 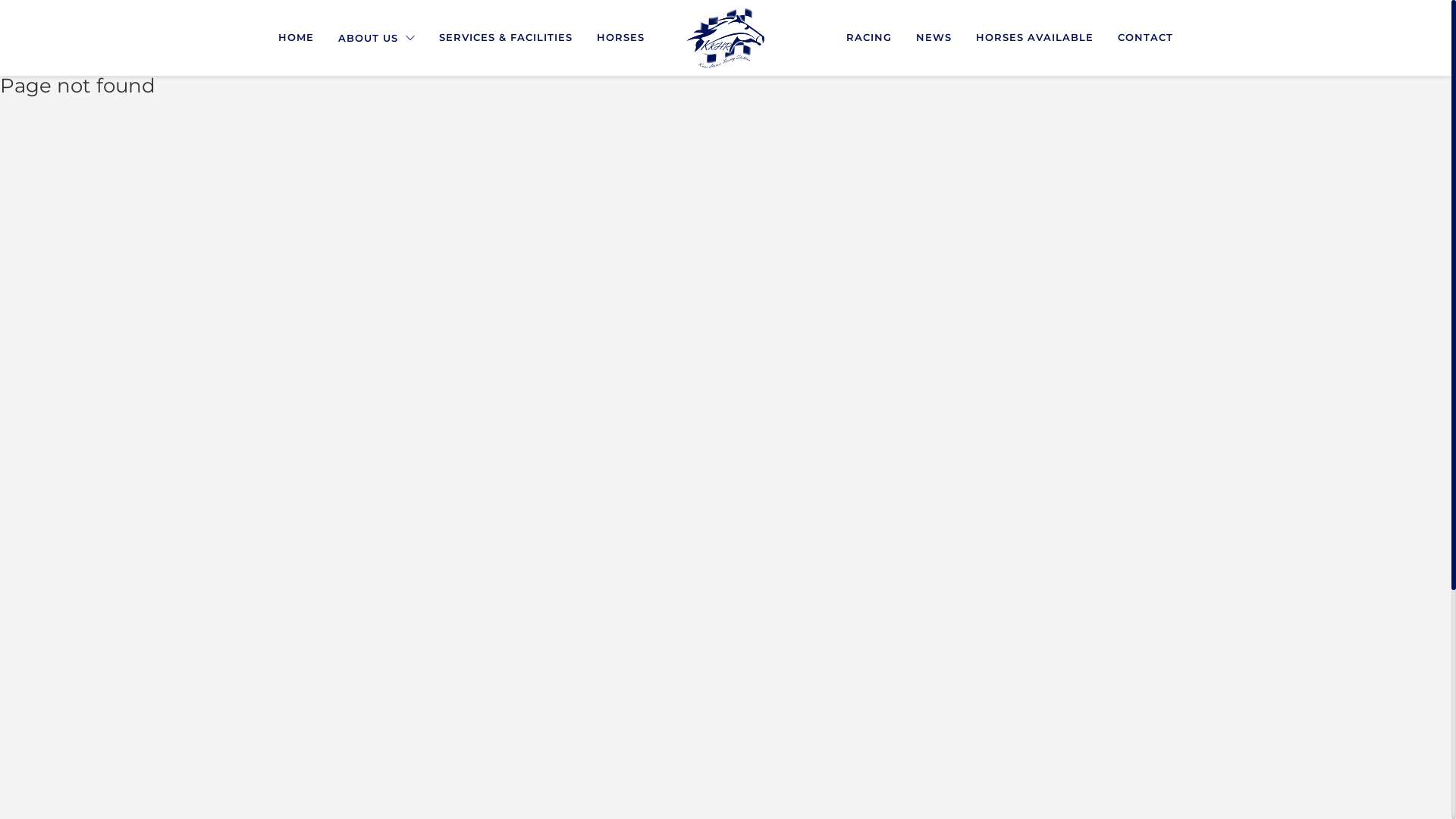 What do you see at coordinates (869, 36) in the screenshot?
I see `'RACING'` at bounding box center [869, 36].